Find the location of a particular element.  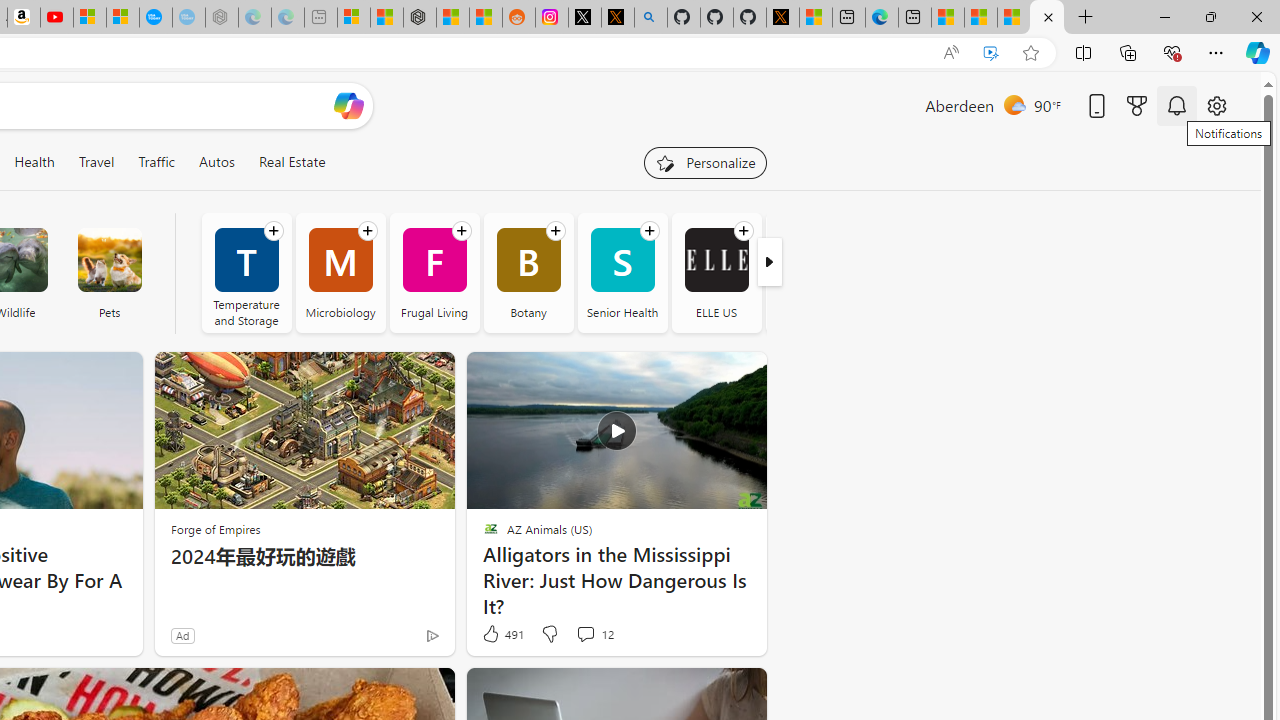

'Nordace - Duffels' is located at coordinates (419, 17).